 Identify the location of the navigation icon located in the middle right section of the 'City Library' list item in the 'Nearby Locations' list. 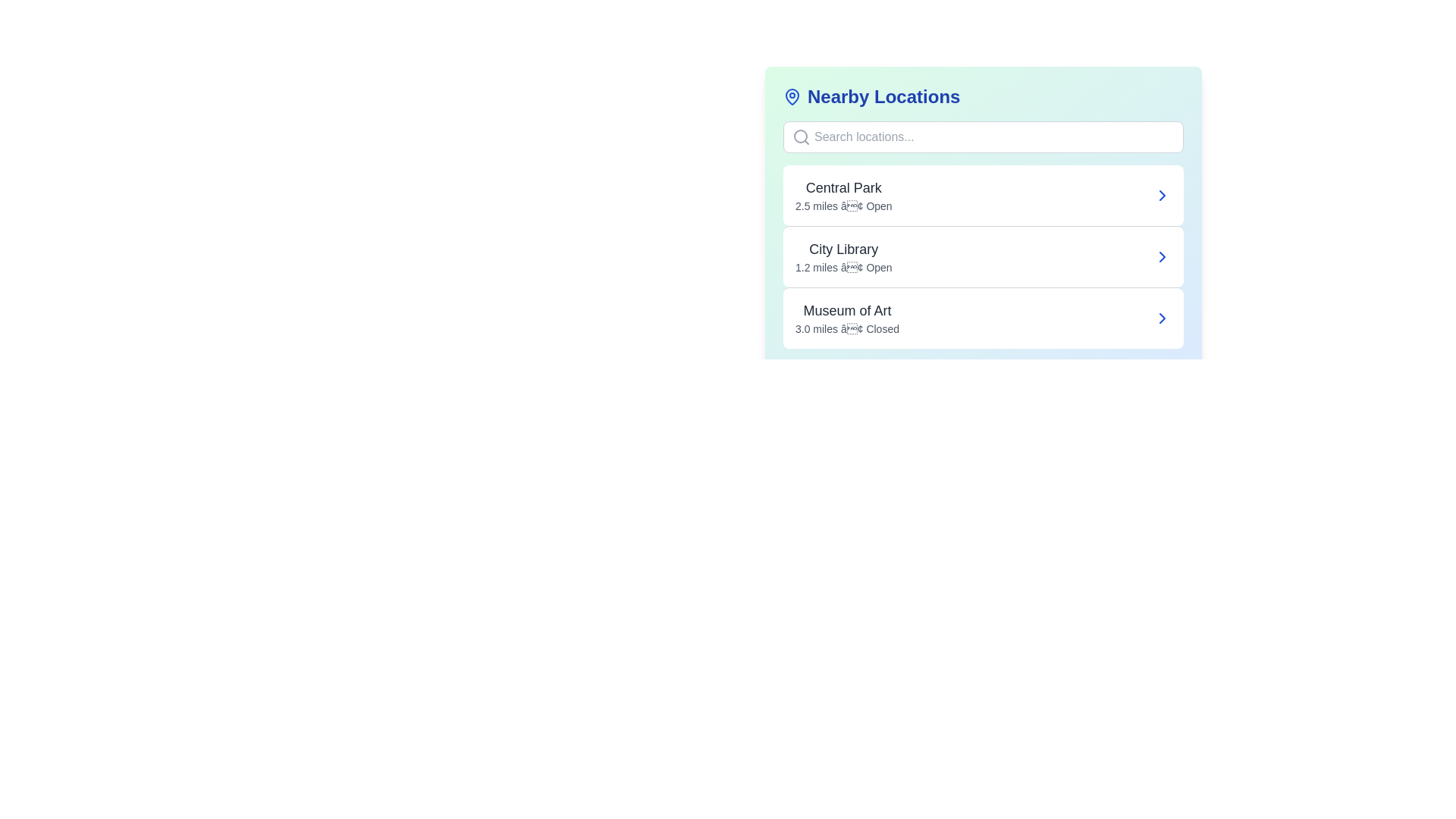
(1161, 256).